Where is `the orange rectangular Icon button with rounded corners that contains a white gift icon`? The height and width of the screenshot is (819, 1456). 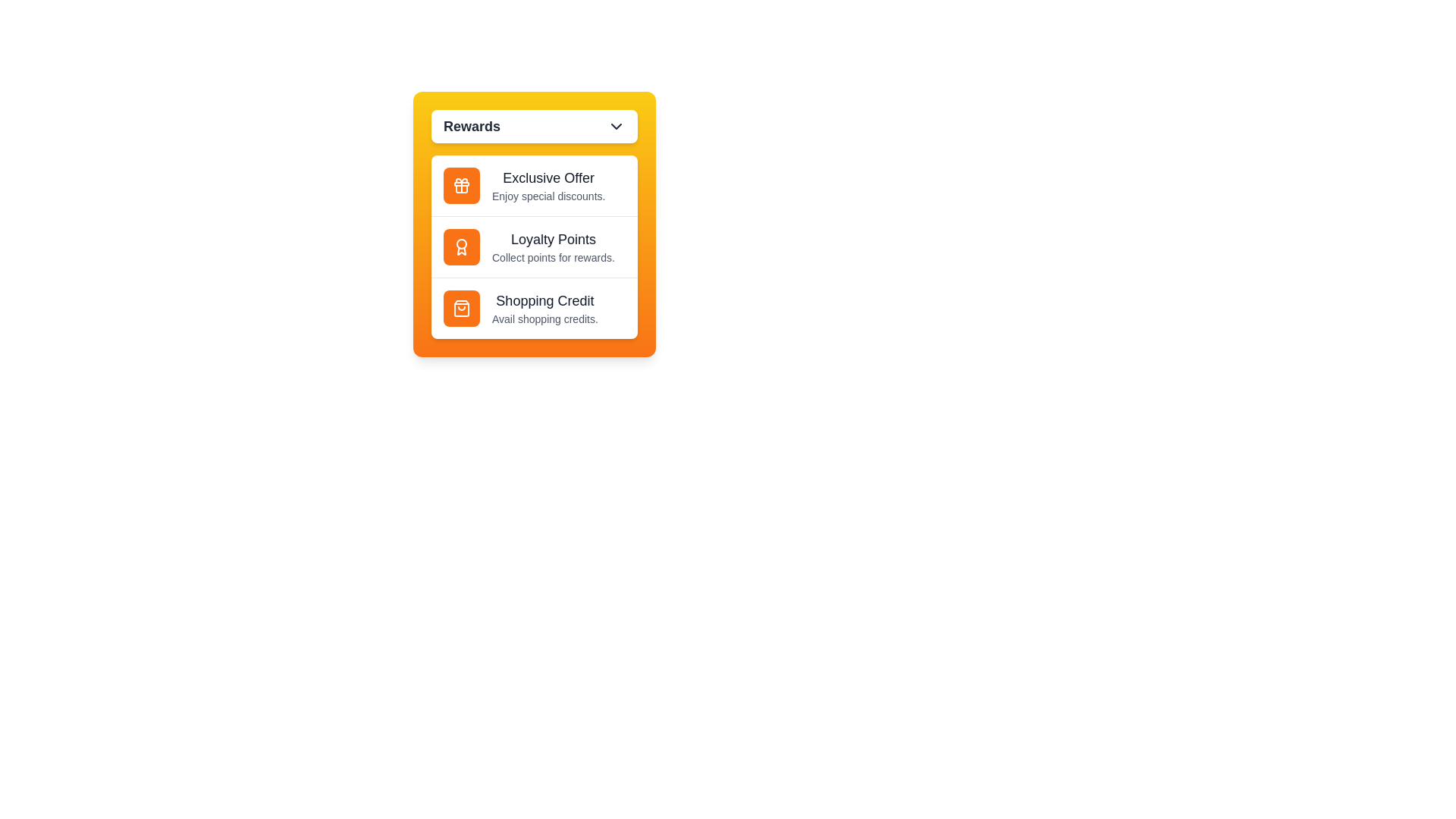
the orange rectangular Icon button with rounded corners that contains a white gift icon is located at coordinates (461, 185).